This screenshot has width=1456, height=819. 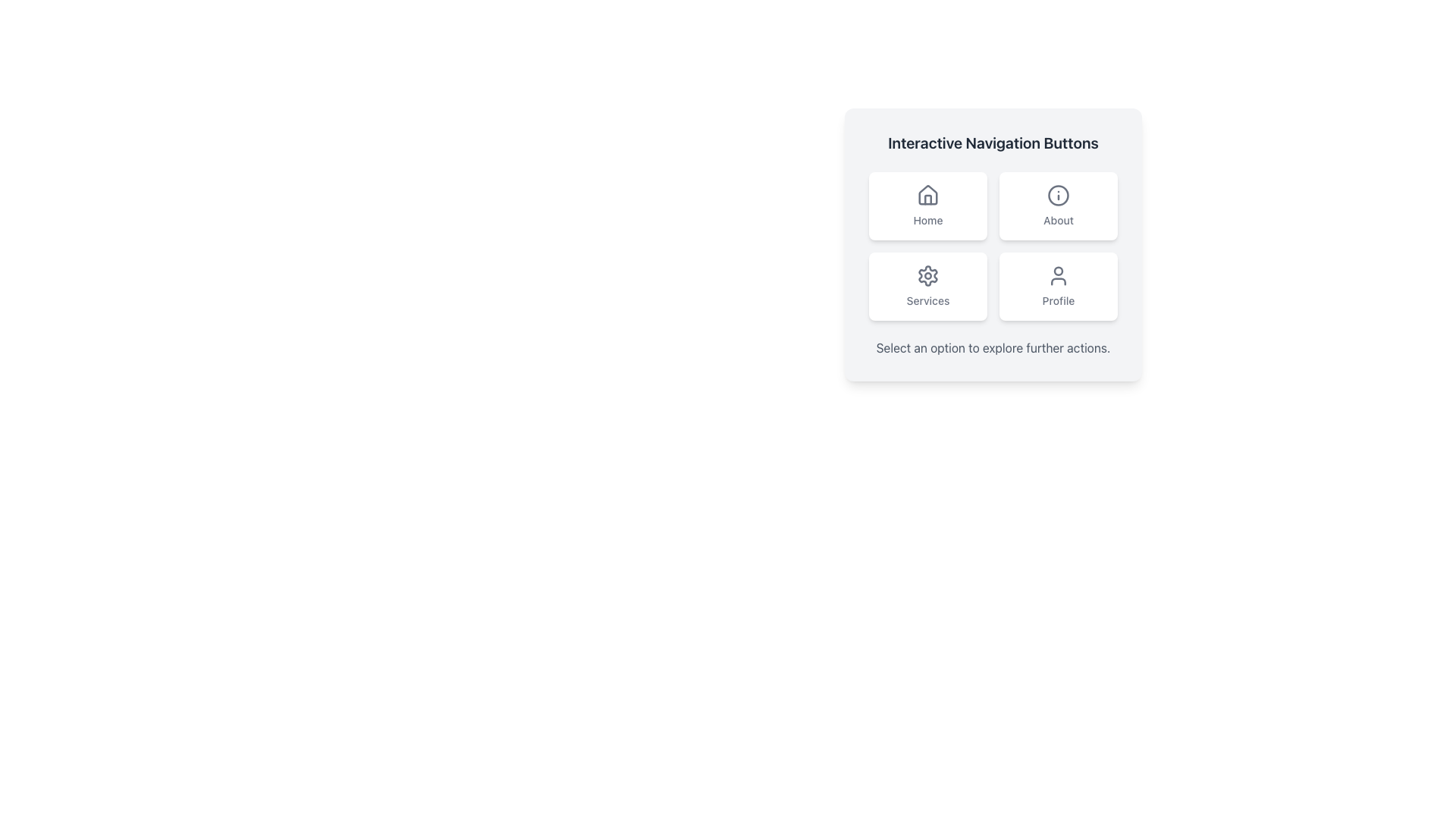 What do you see at coordinates (993, 348) in the screenshot?
I see `the static informational message located below the grid of buttons labeled 'Home', 'About', 'Services', and 'Profile', which guides users to choose an option to proceed` at bounding box center [993, 348].